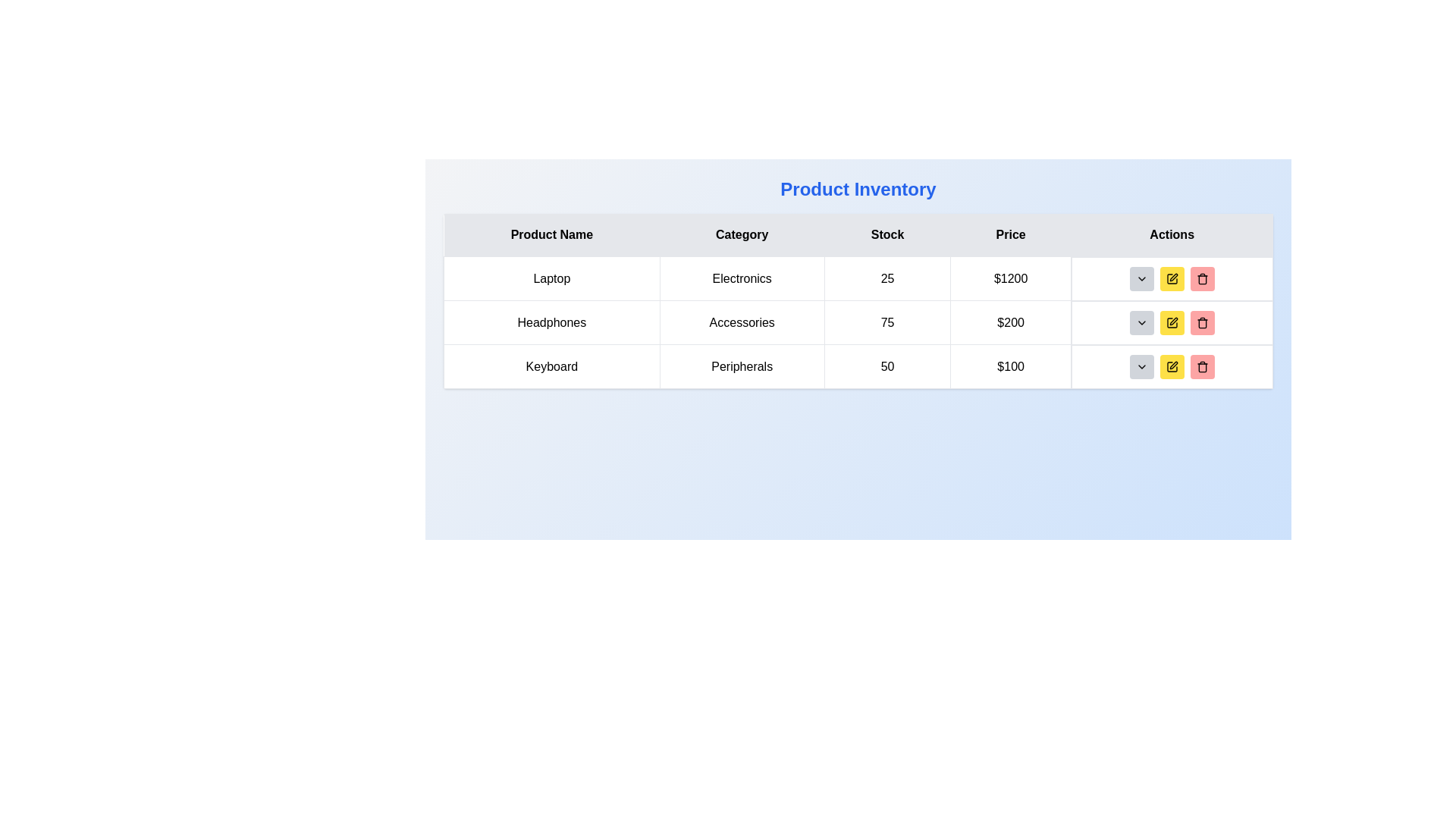 The height and width of the screenshot is (819, 1456). Describe the element at coordinates (1201, 366) in the screenshot. I see `the trash icon button in the 'Product Inventory' table to check for a tooltip or additional information` at that location.